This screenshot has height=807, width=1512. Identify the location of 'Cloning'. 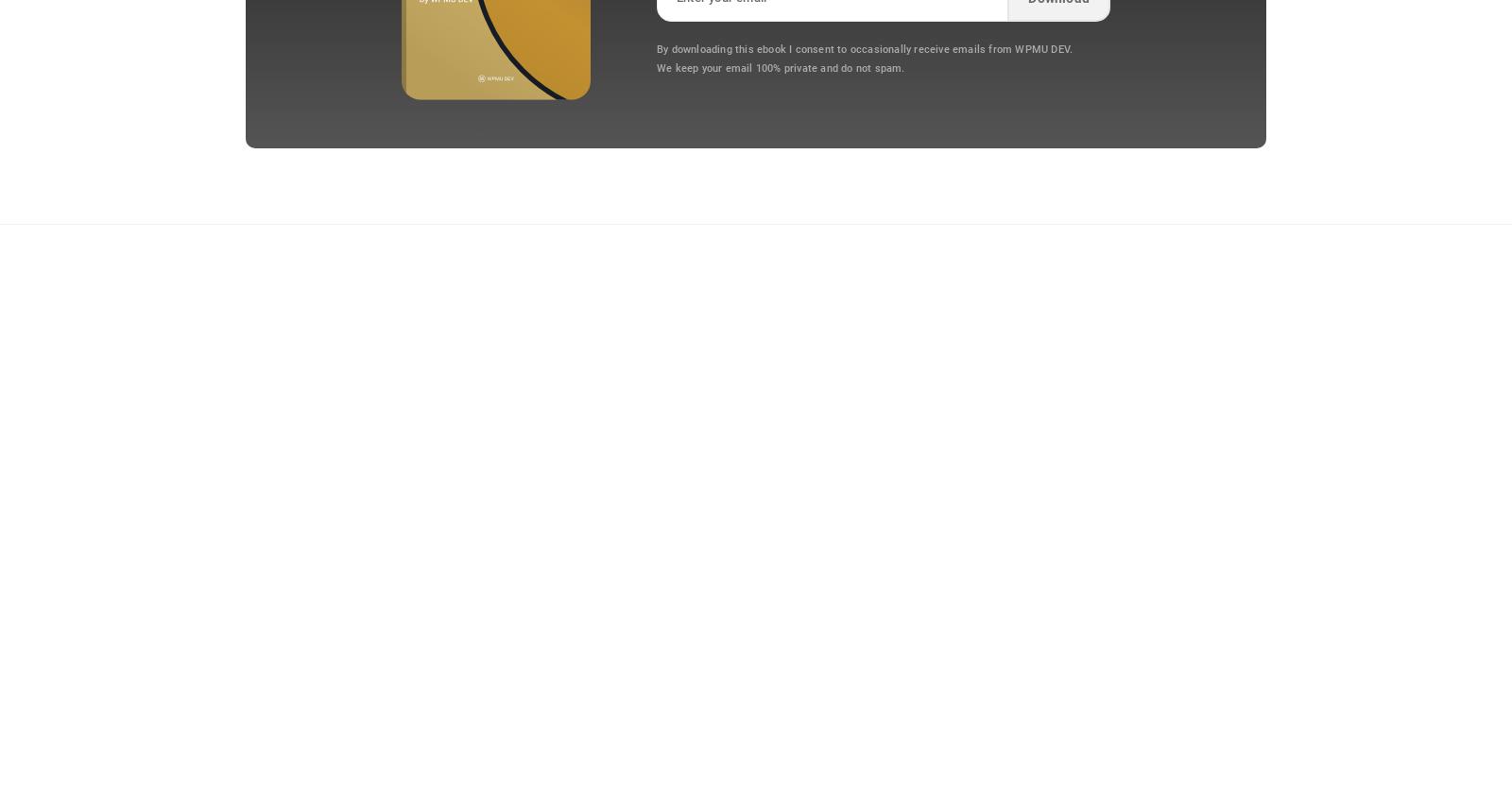
(596, 374).